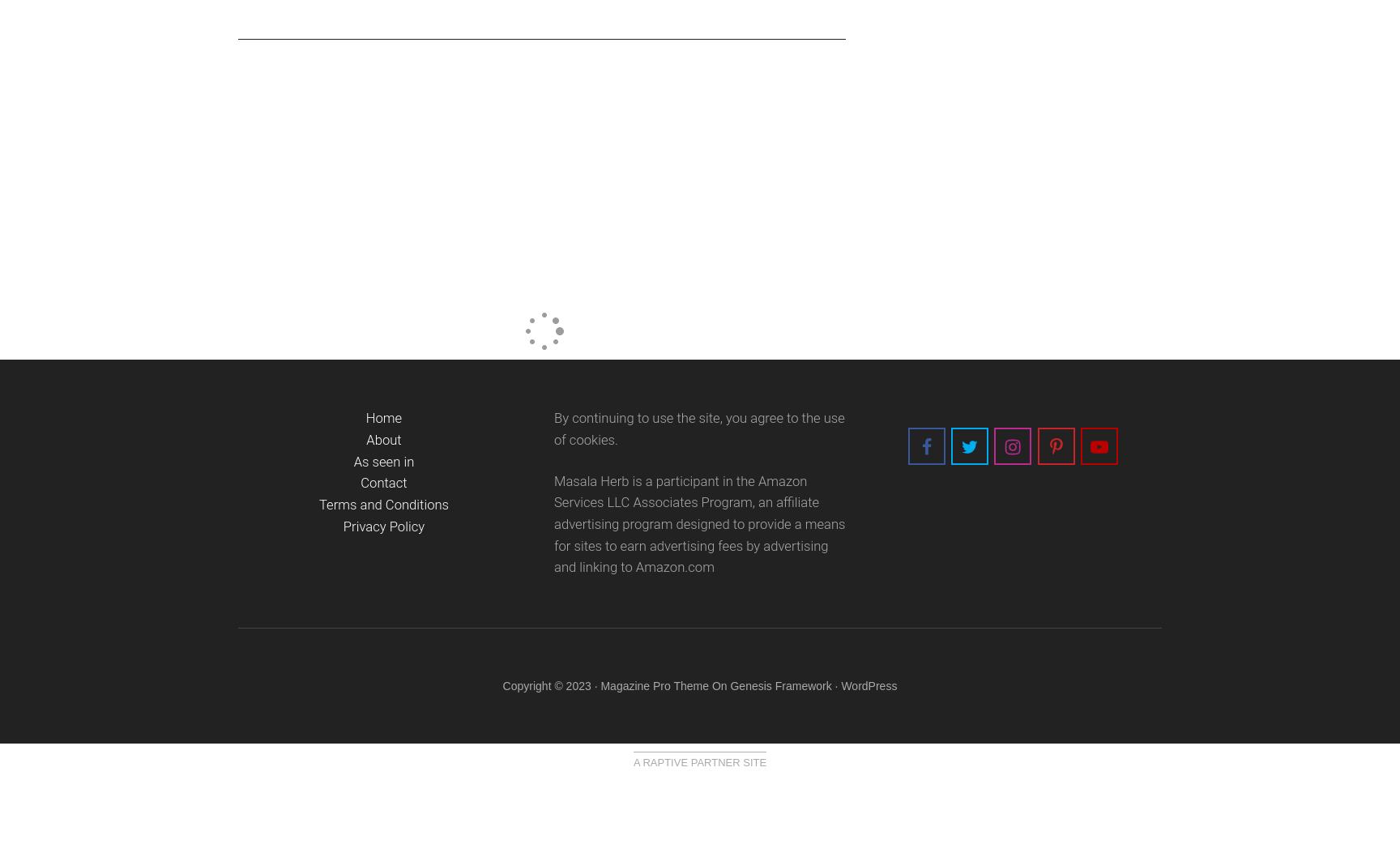 This screenshot has width=1400, height=844. I want to click on 'Copyright © 2023 · Magazine Pro Theme On Genesis Framework · WordPress', so click(698, 684).